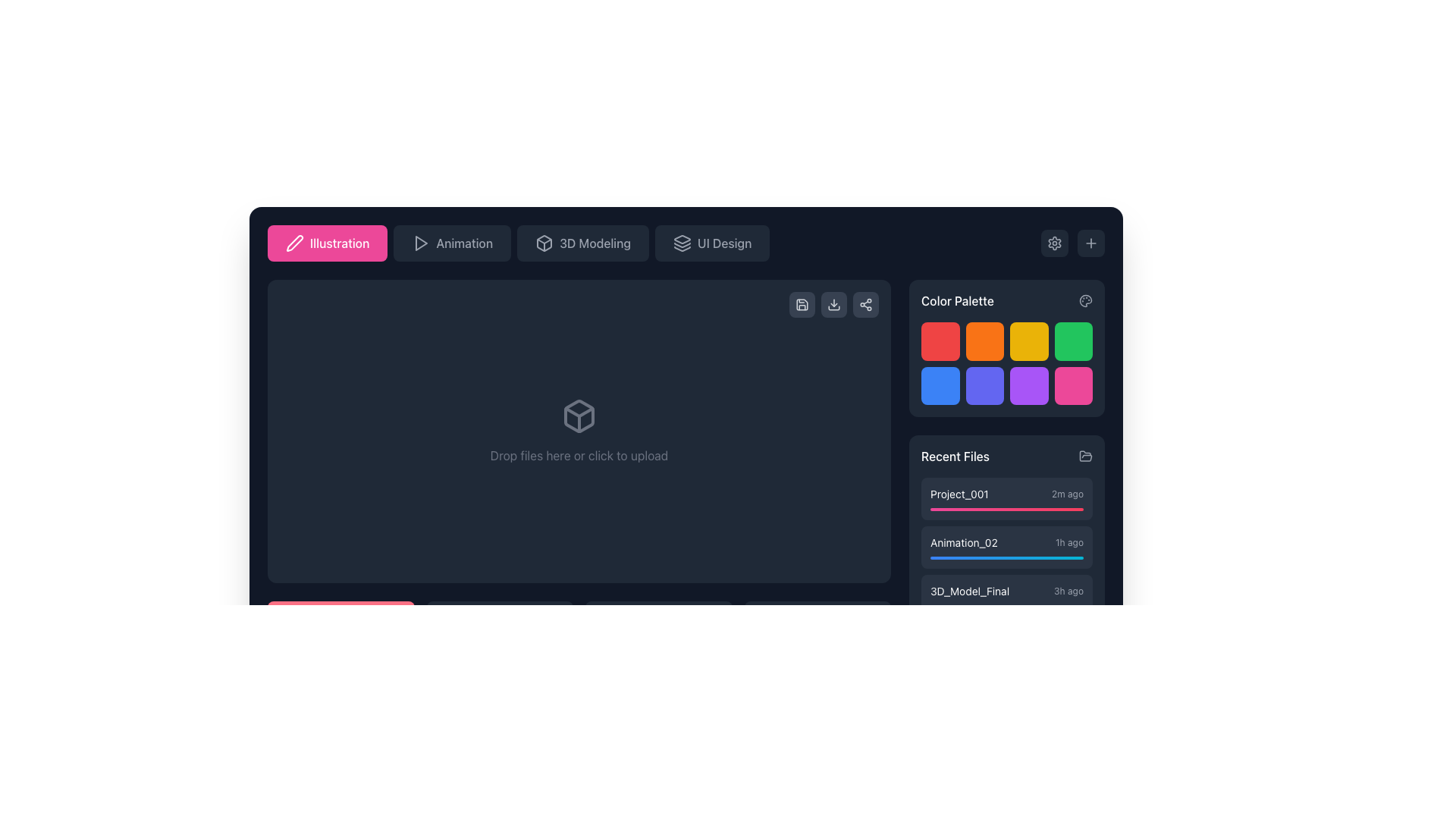 This screenshot has width=1456, height=819. What do you see at coordinates (1007, 348) in the screenshot?
I see `the color swatch in the 'Color Palette' card` at bounding box center [1007, 348].